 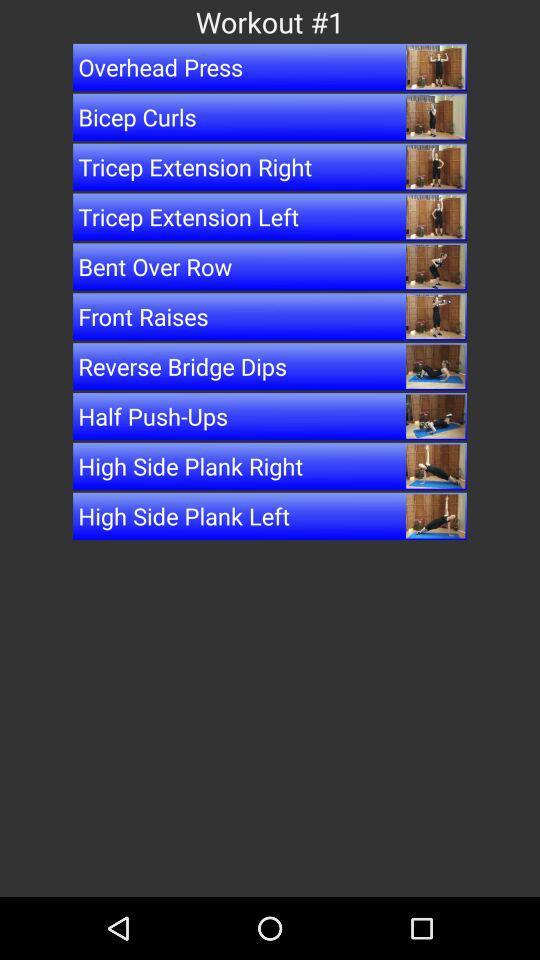 What do you see at coordinates (270, 265) in the screenshot?
I see `the bent over row icon` at bounding box center [270, 265].